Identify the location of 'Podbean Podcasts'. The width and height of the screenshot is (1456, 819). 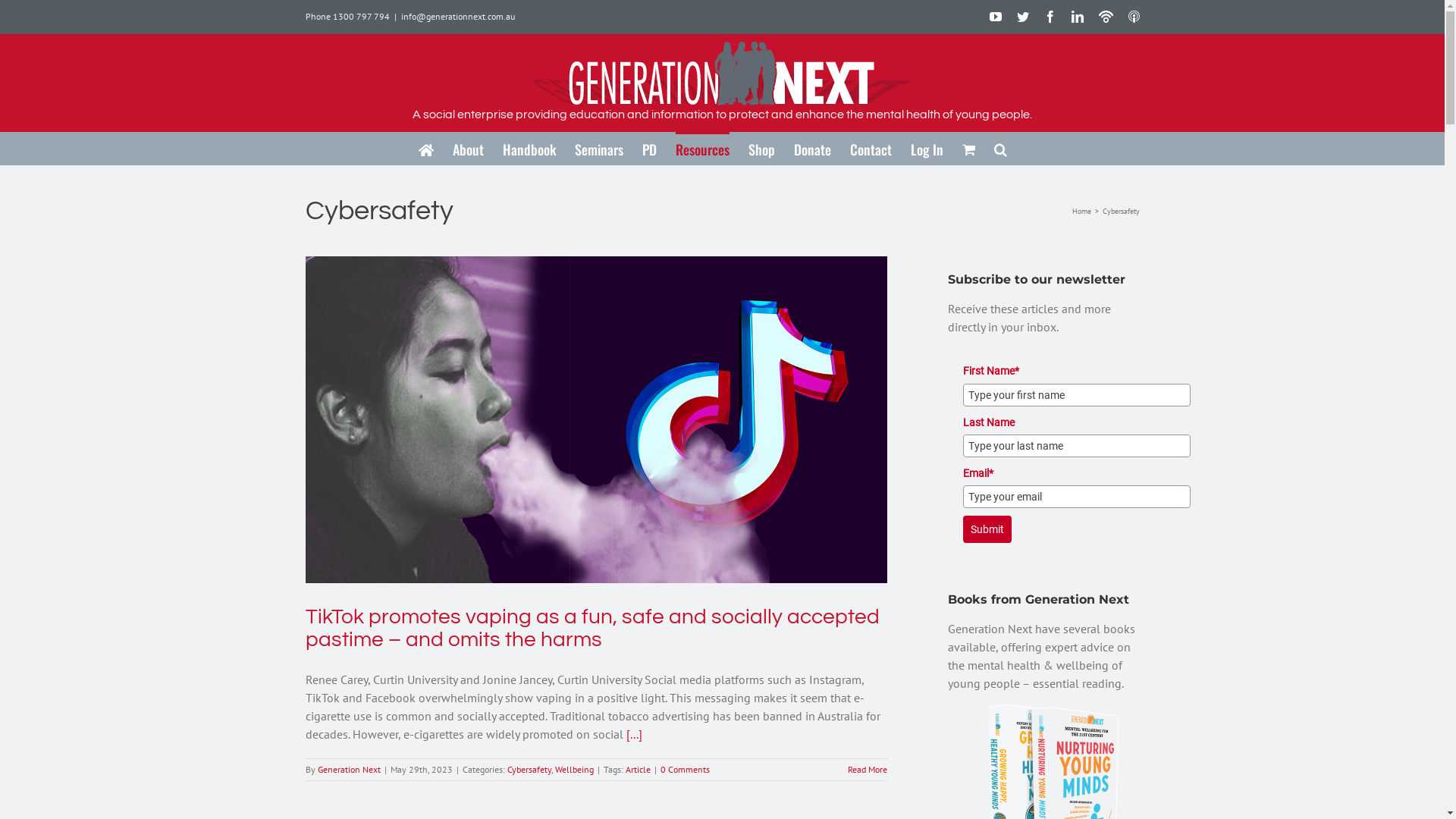
(1106, 17).